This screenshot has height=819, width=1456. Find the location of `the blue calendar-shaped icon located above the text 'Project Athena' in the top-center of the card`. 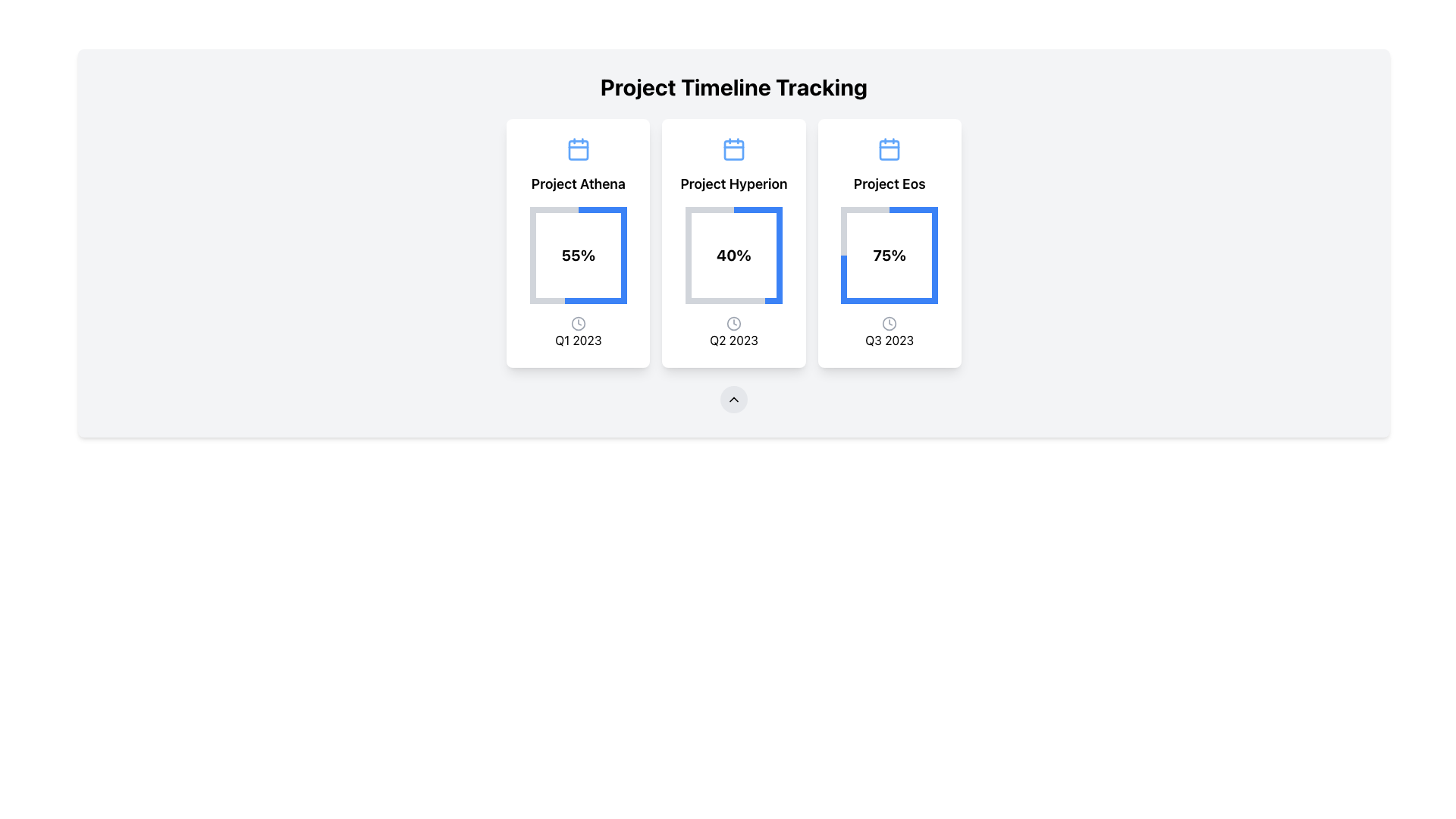

the blue calendar-shaped icon located above the text 'Project Athena' in the top-center of the card is located at coordinates (577, 149).